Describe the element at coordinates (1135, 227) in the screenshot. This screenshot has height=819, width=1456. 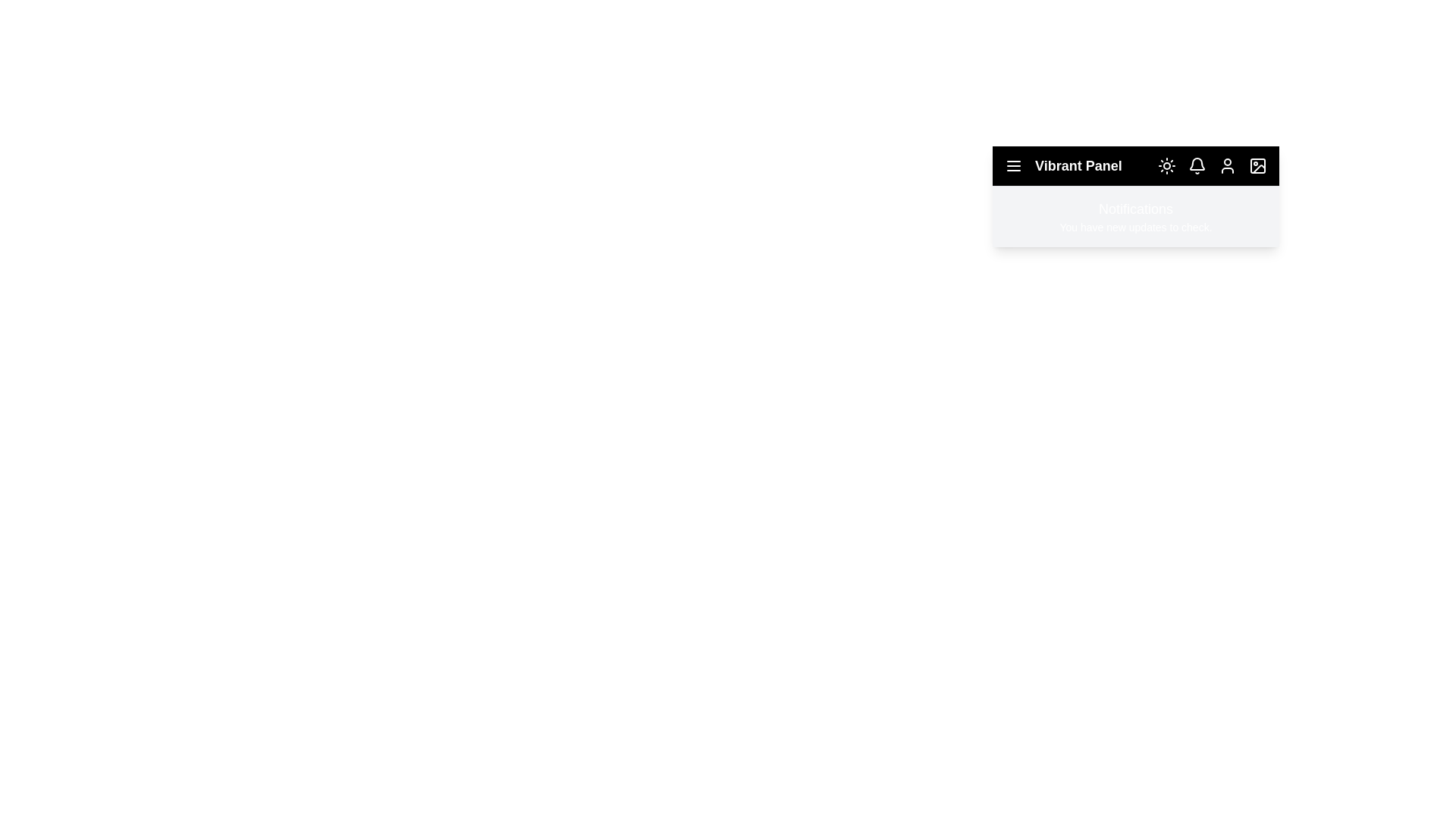
I see `the notifications text to interact with it` at that location.